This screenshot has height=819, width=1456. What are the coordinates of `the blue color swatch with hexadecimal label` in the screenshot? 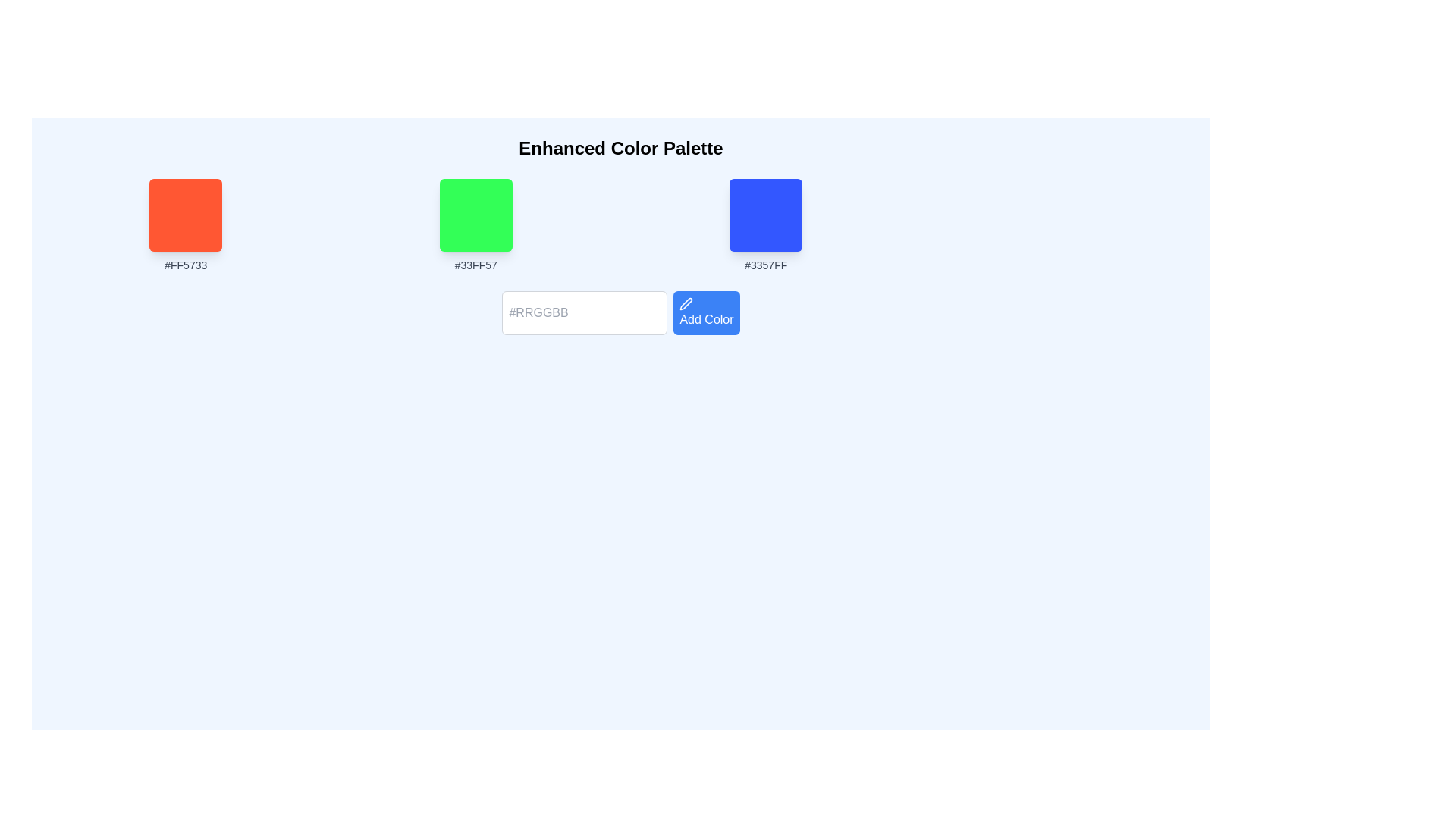 It's located at (766, 225).